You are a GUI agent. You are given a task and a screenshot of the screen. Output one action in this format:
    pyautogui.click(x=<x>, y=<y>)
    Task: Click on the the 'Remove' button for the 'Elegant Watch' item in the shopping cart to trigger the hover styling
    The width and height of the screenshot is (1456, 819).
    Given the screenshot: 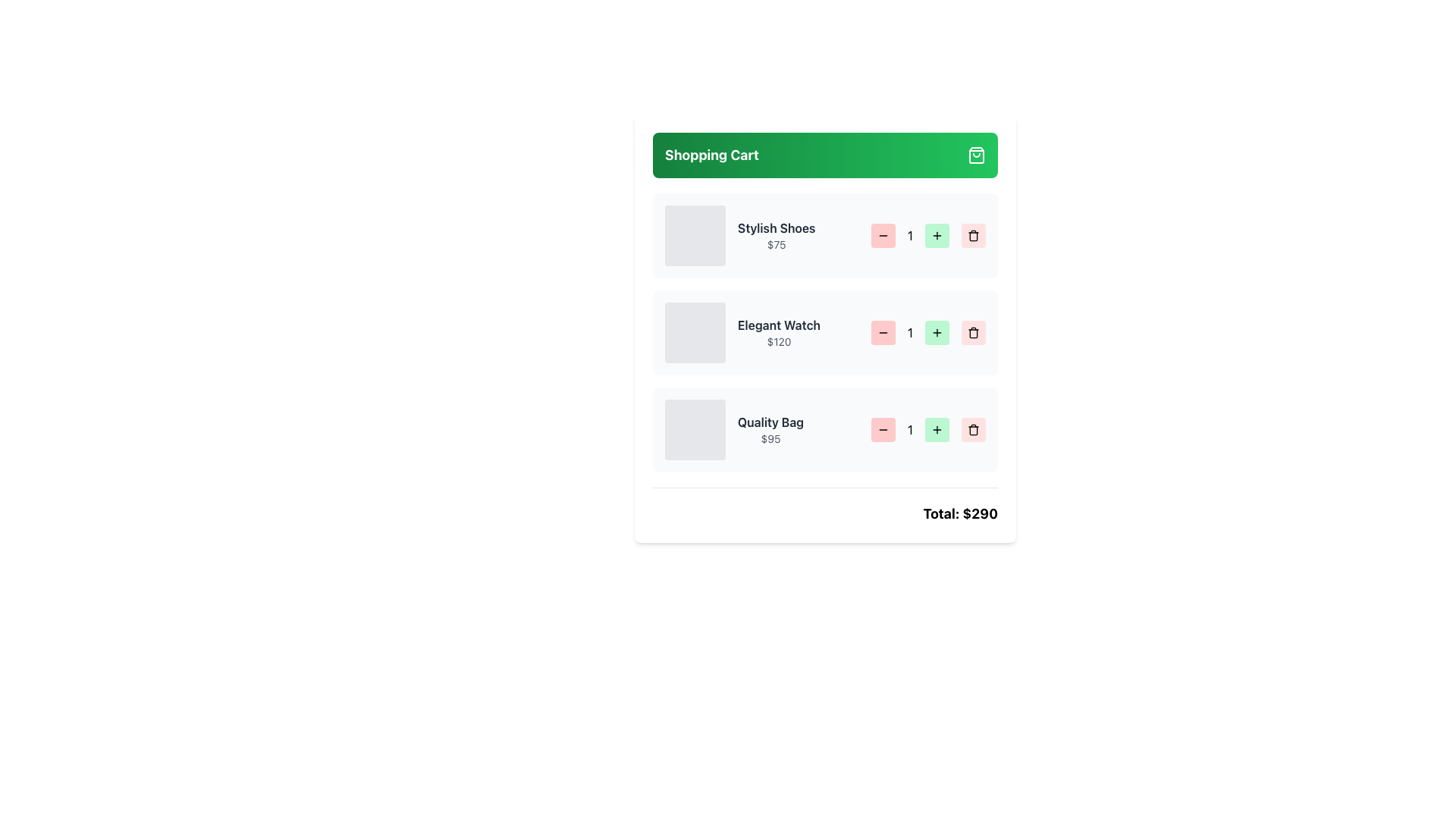 What is the action you would take?
    pyautogui.click(x=973, y=332)
    